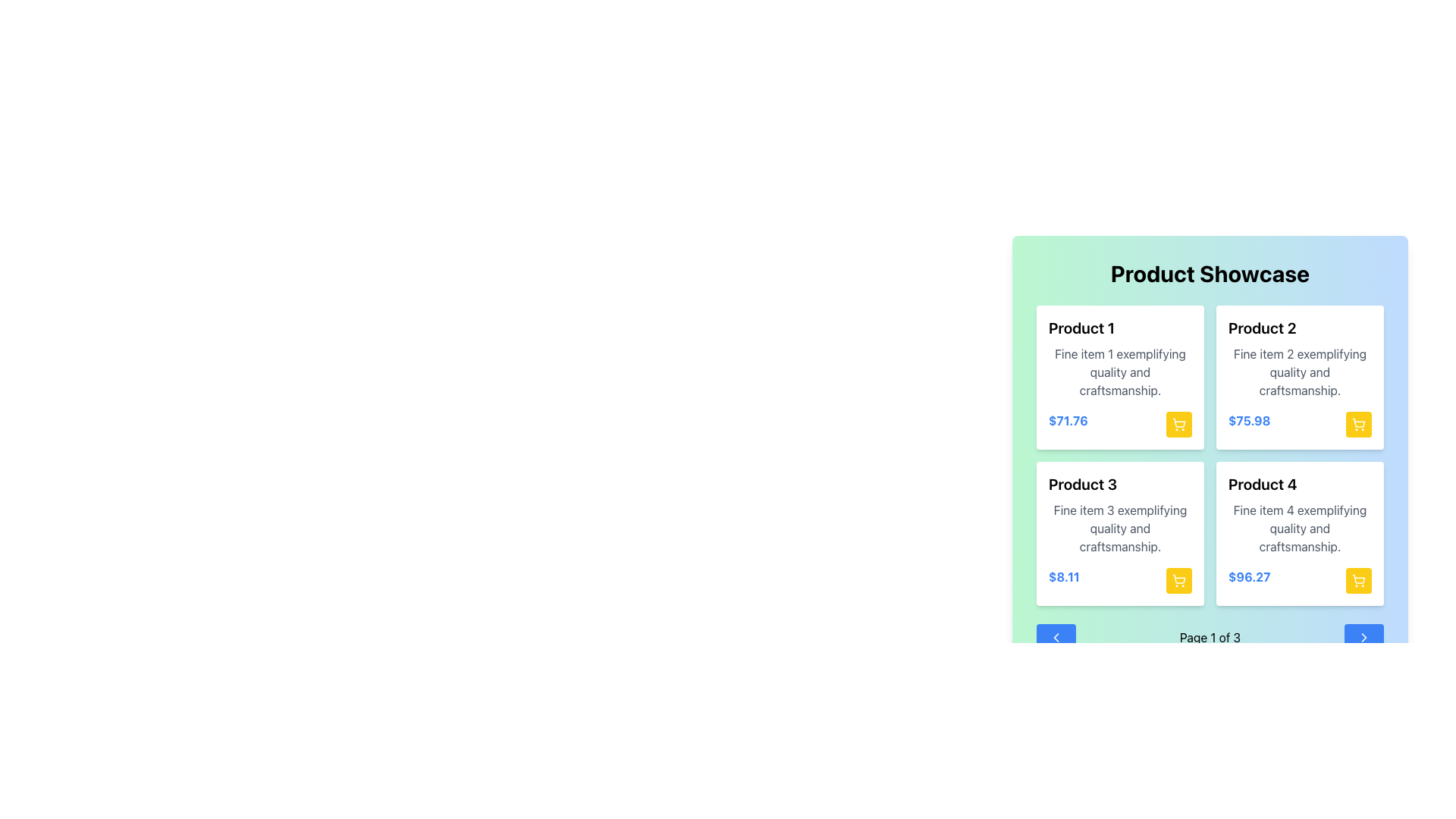 This screenshot has height=819, width=1456. I want to click on the Price label displaying the price for 'Product 2', which is positioned to the left of the text content and above a yellow shopping cart button, so click(1249, 424).